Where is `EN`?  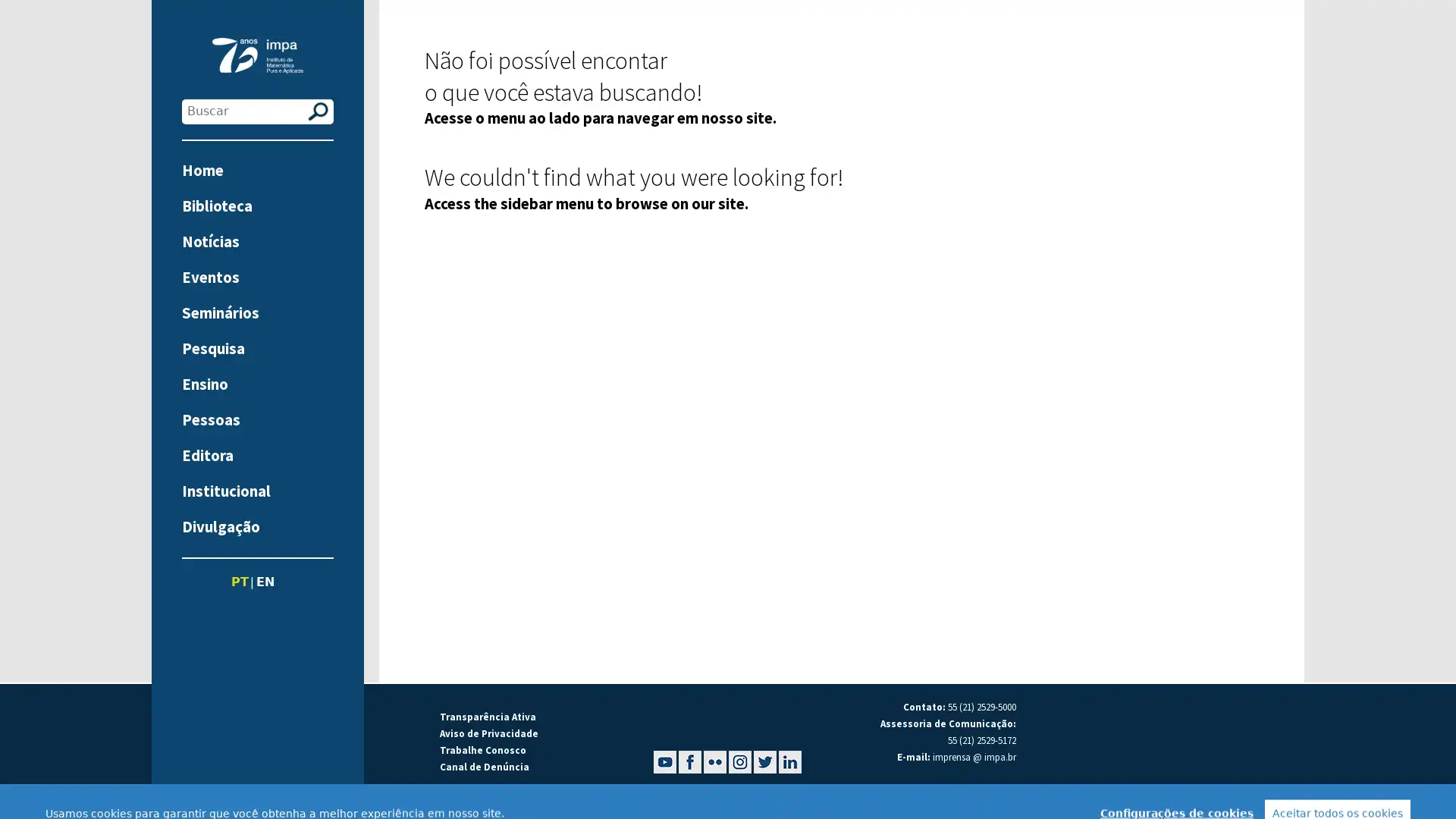
EN is located at coordinates (265, 581).